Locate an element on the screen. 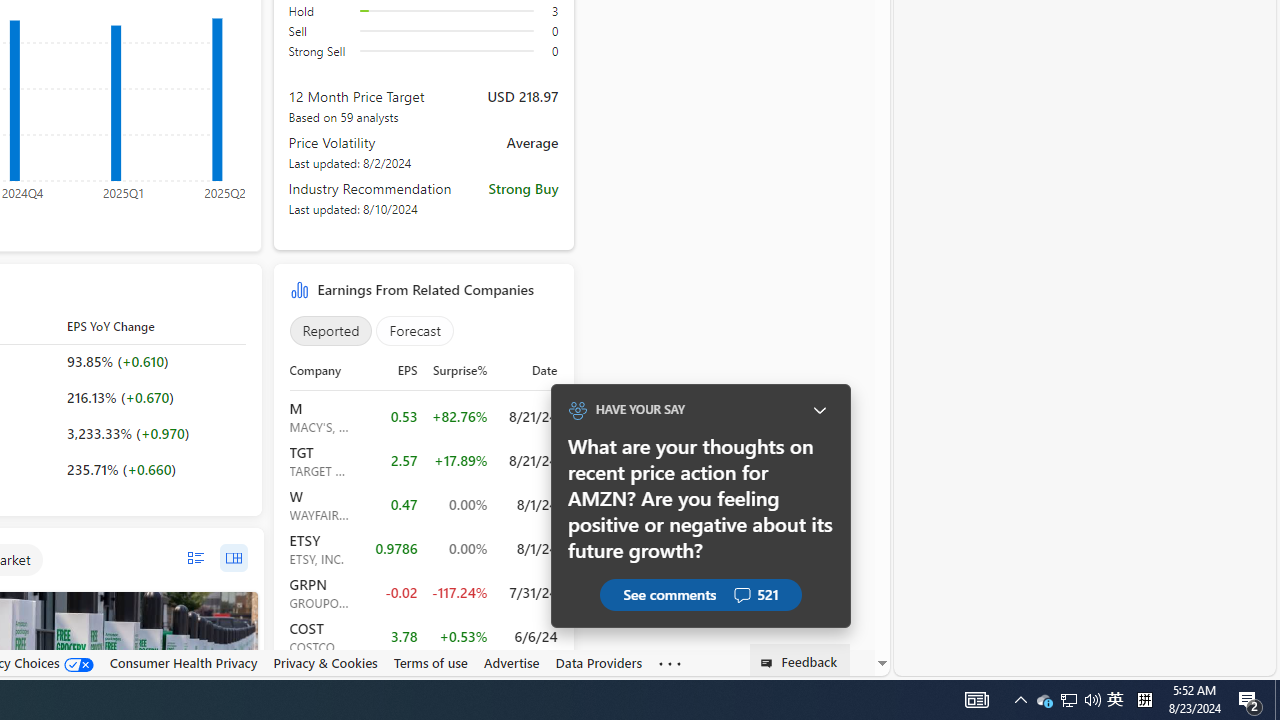 This screenshot has width=1280, height=720. 'Data Providers' is located at coordinates (598, 662).